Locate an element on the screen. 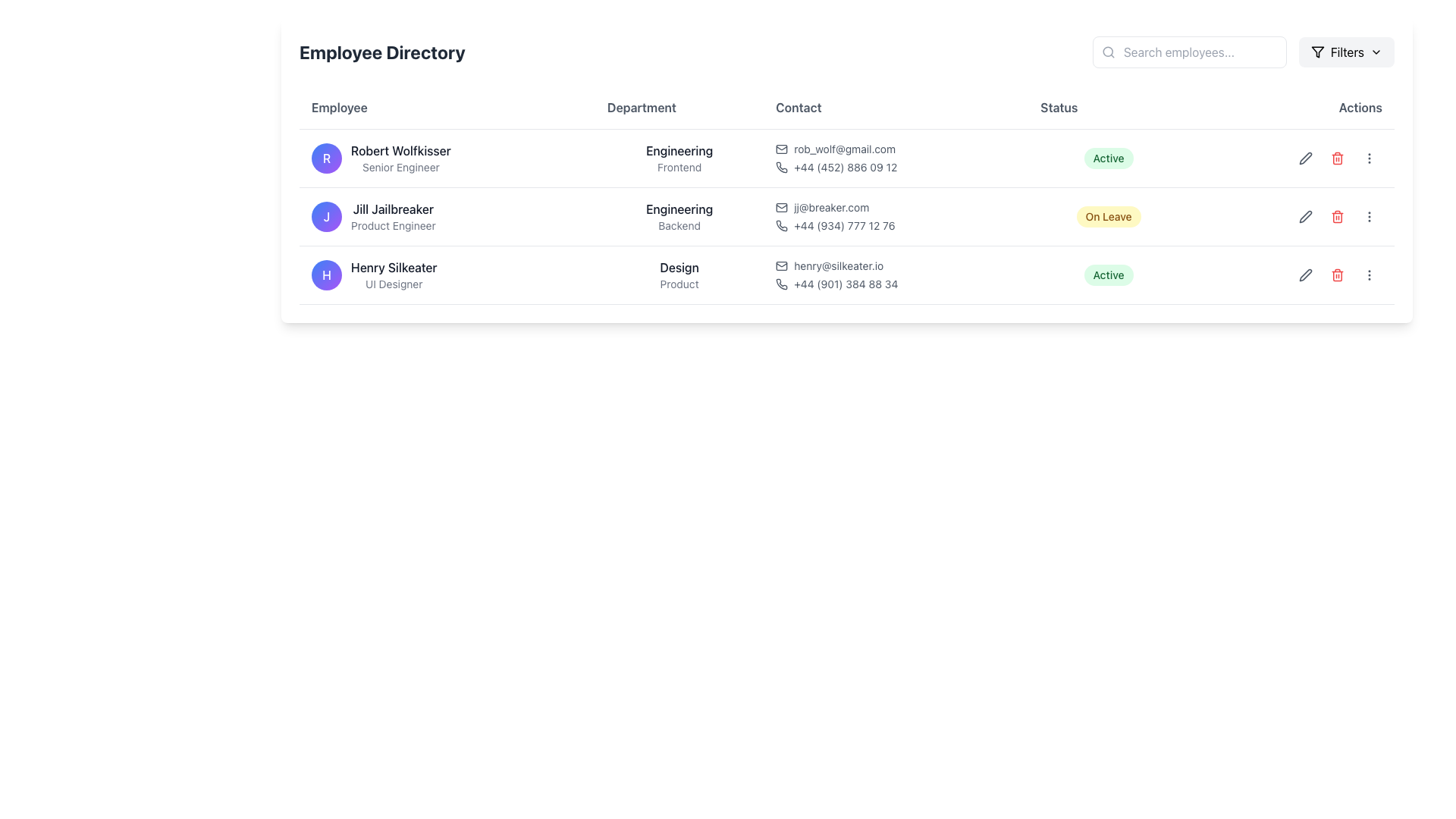 The height and width of the screenshot is (819, 1456). the 'Employee Directory' text heading, which is a bold and large font element located in the header section above a table, positioned towards the left before the 'Filters' button is located at coordinates (382, 52).